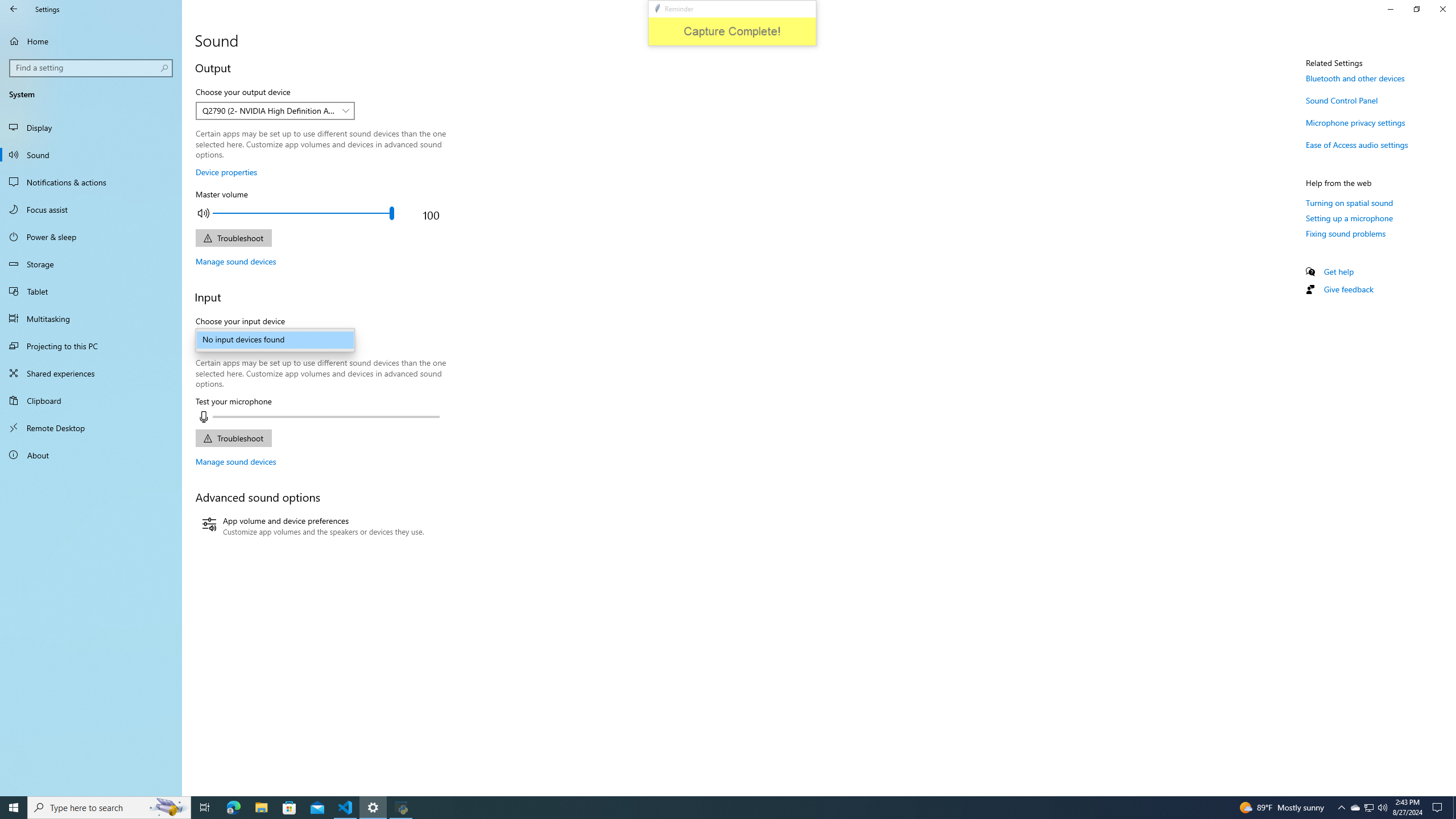 Image resolution: width=1456 pixels, height=819 pixels. Describe the element at coordinates (1355, 122) in the screenshot. I see `'Microphone privacy settings'` at that location.